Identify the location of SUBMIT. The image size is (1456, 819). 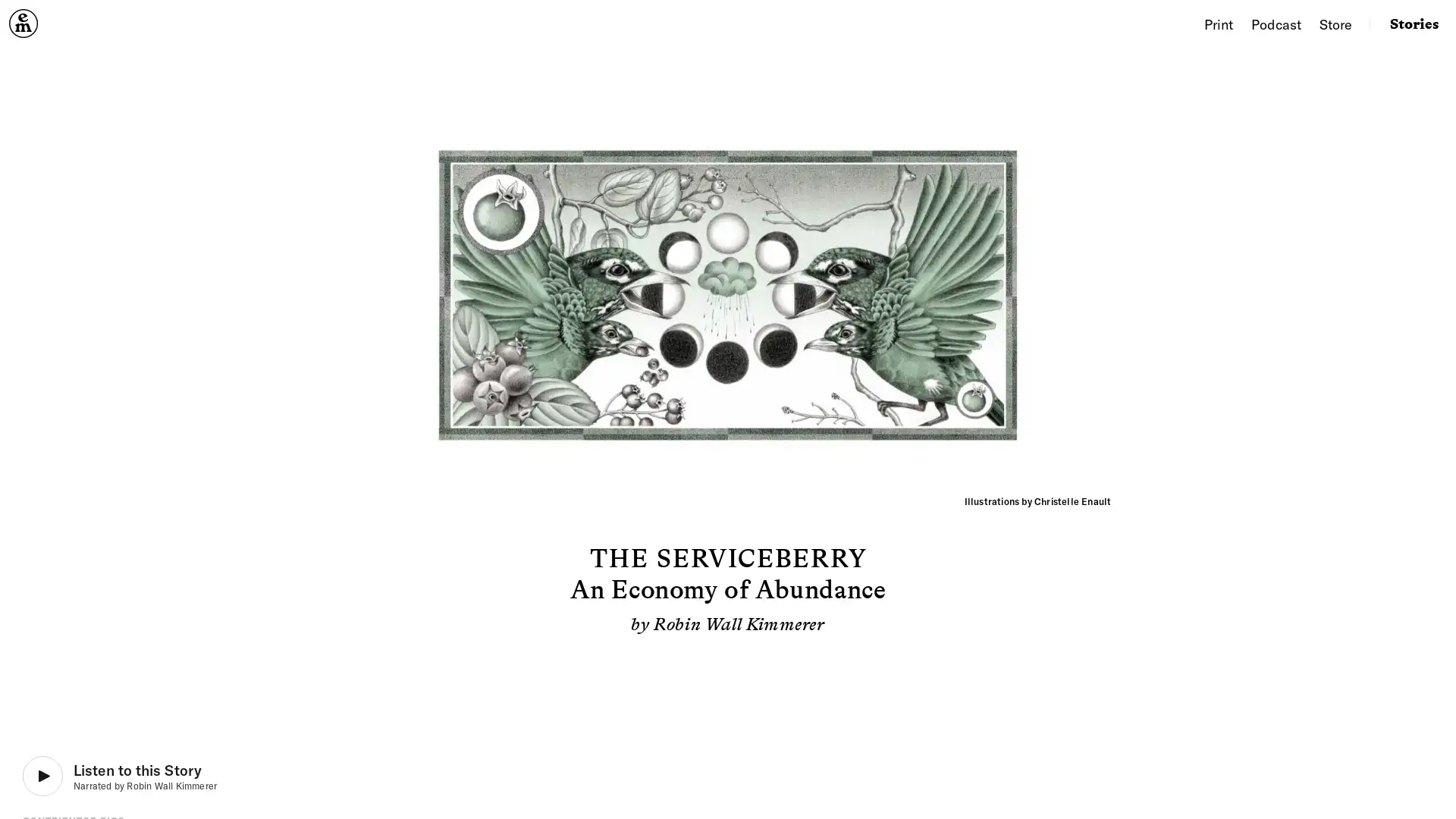
(863, 519).